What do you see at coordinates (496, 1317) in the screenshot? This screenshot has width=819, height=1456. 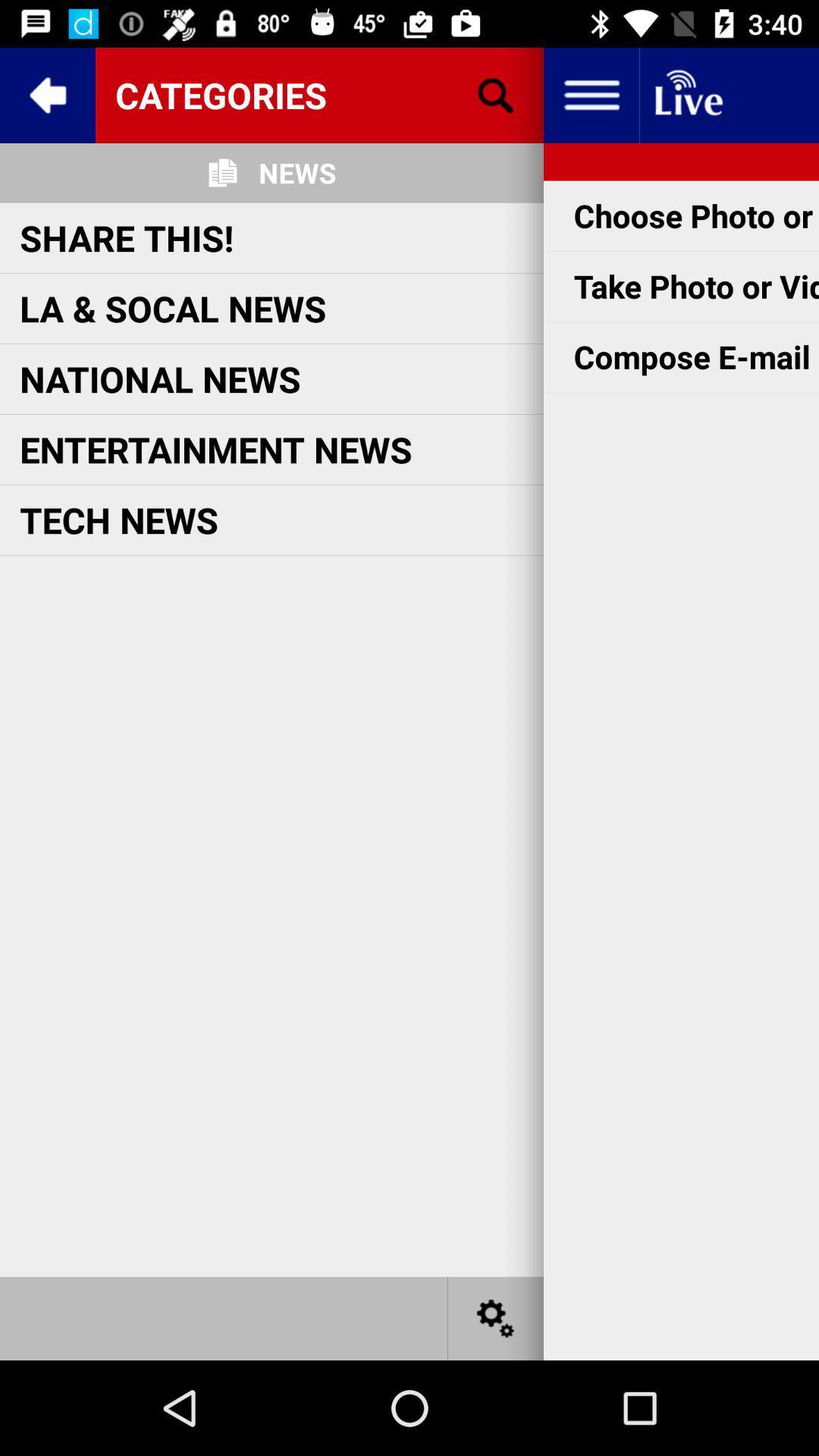 I see `the settings icon` at bounding box center [496, 1317].